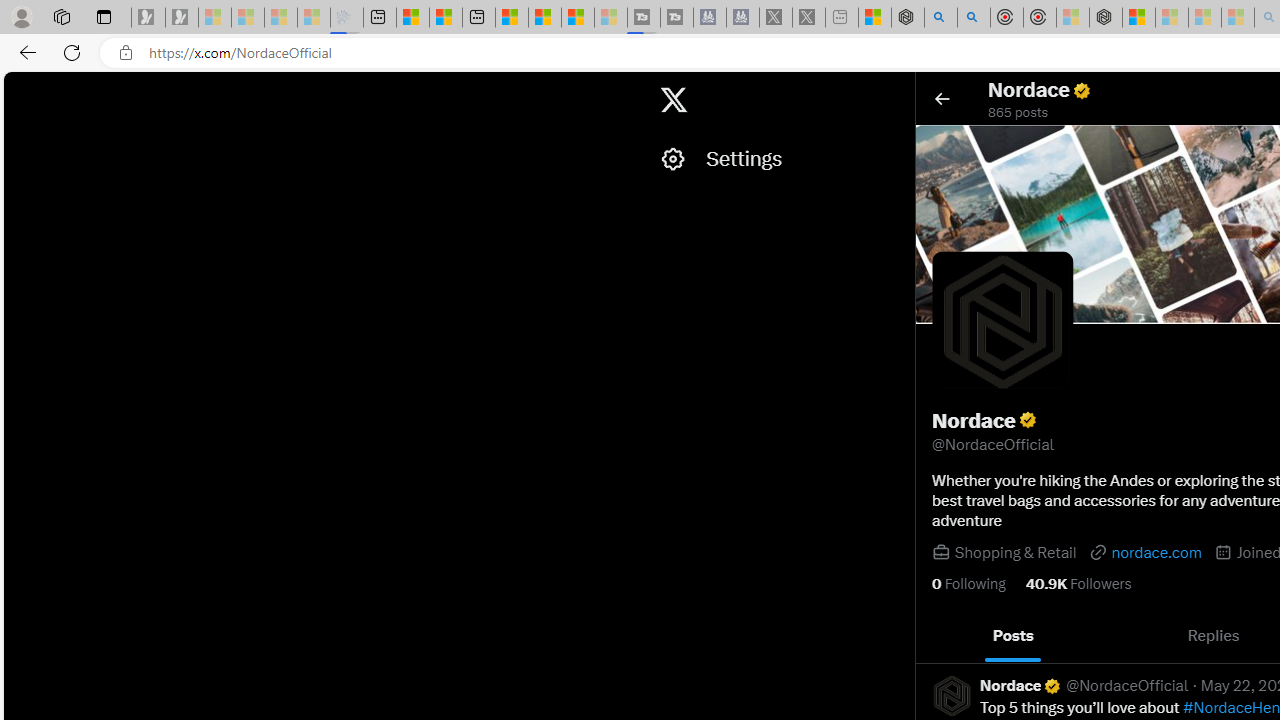 The height and width of the screenshot is (720, 1280). Describe the element at coordinates (776, 158) in the screenshot. I see `'Settings'` at that location.